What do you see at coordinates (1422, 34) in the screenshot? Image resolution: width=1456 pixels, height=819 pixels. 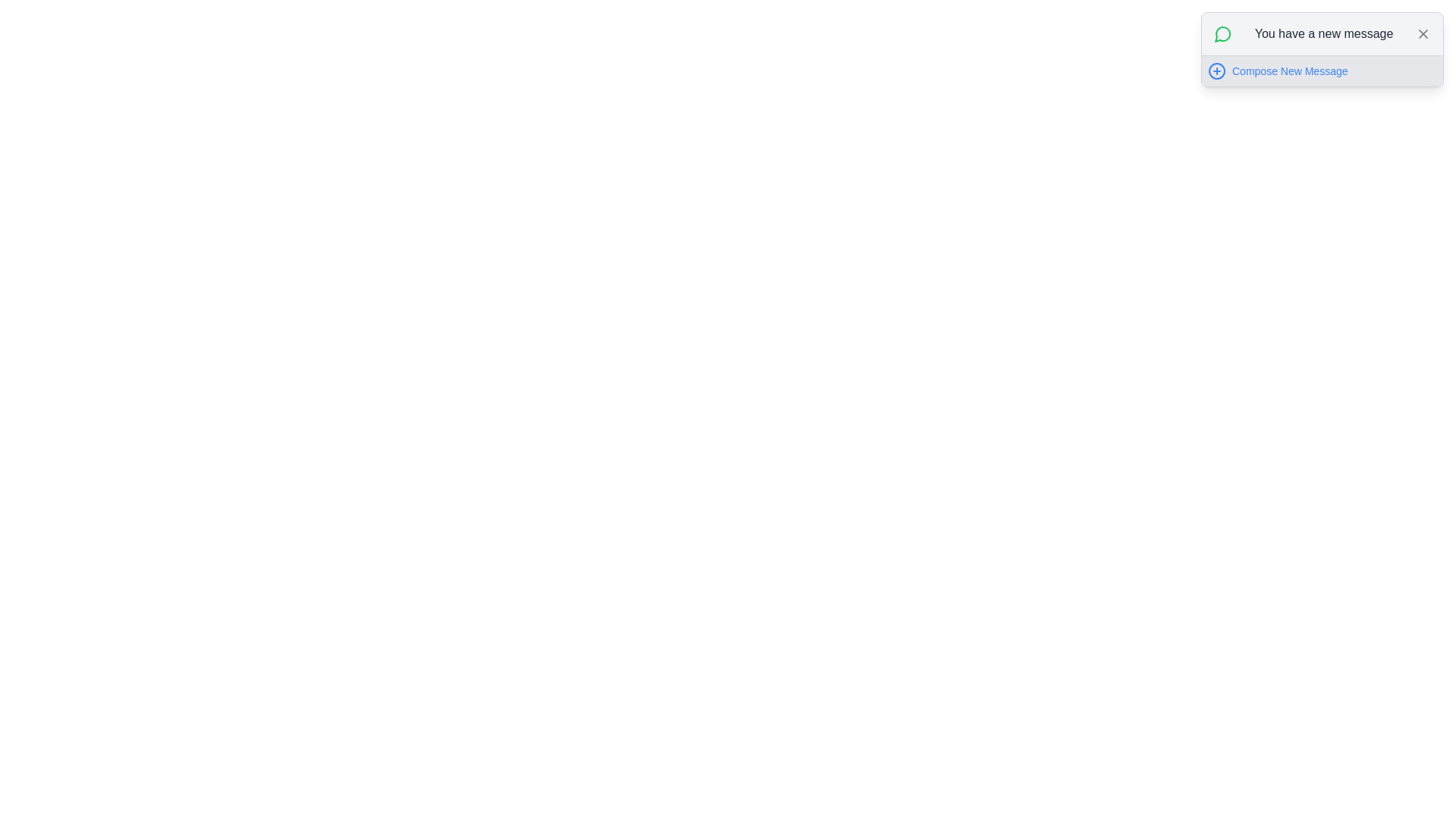 I see `the gray 'X' button located at the top-right corner of the notification box titled 'You have a new message' to change its color` at bounding box center [1422, 34].